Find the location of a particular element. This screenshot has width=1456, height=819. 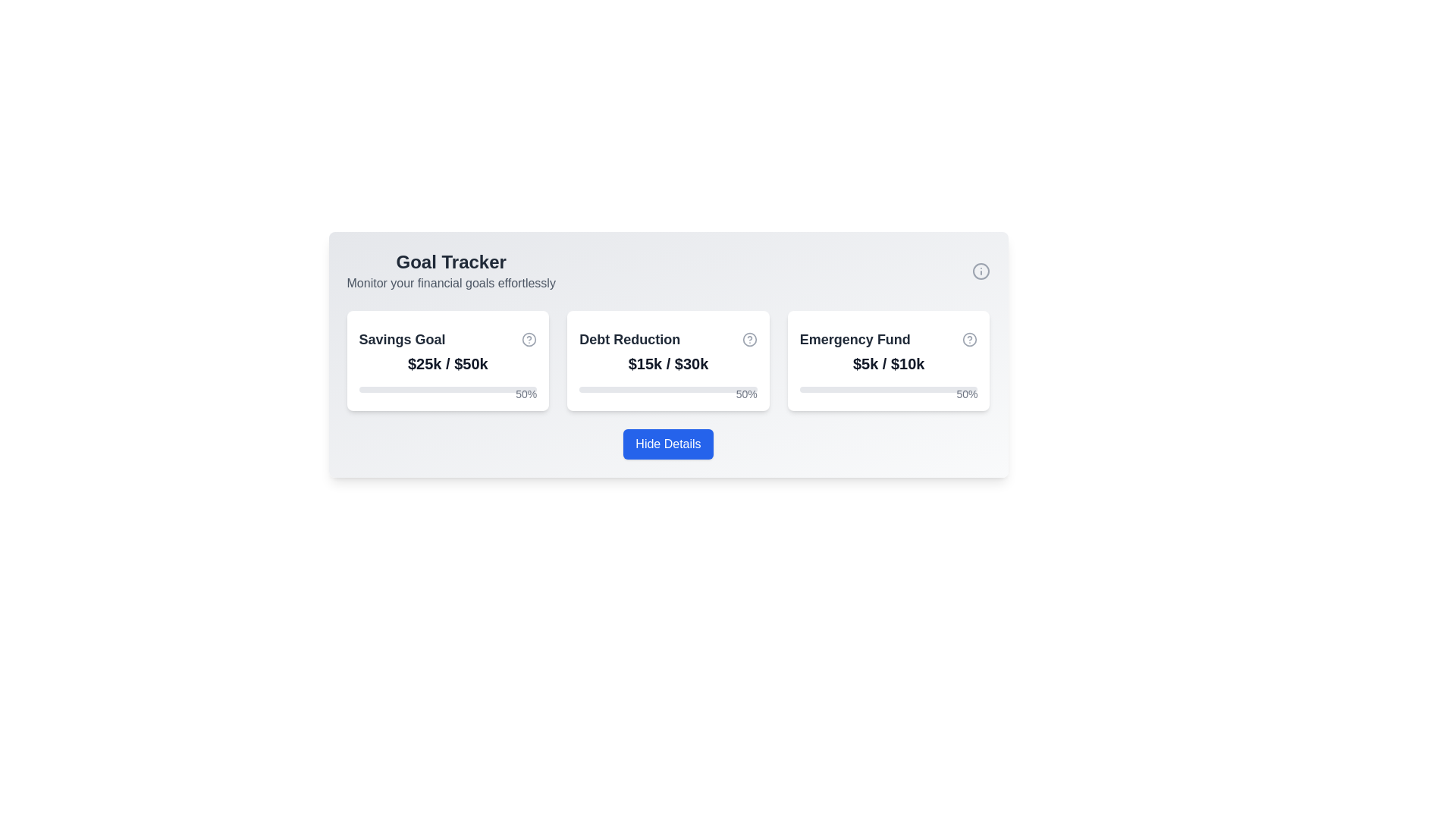

the text label displaying the financial data for the 'Emergency Fund' goal, which is located below the title and above the progress bar is located at coordinates (889, 363).